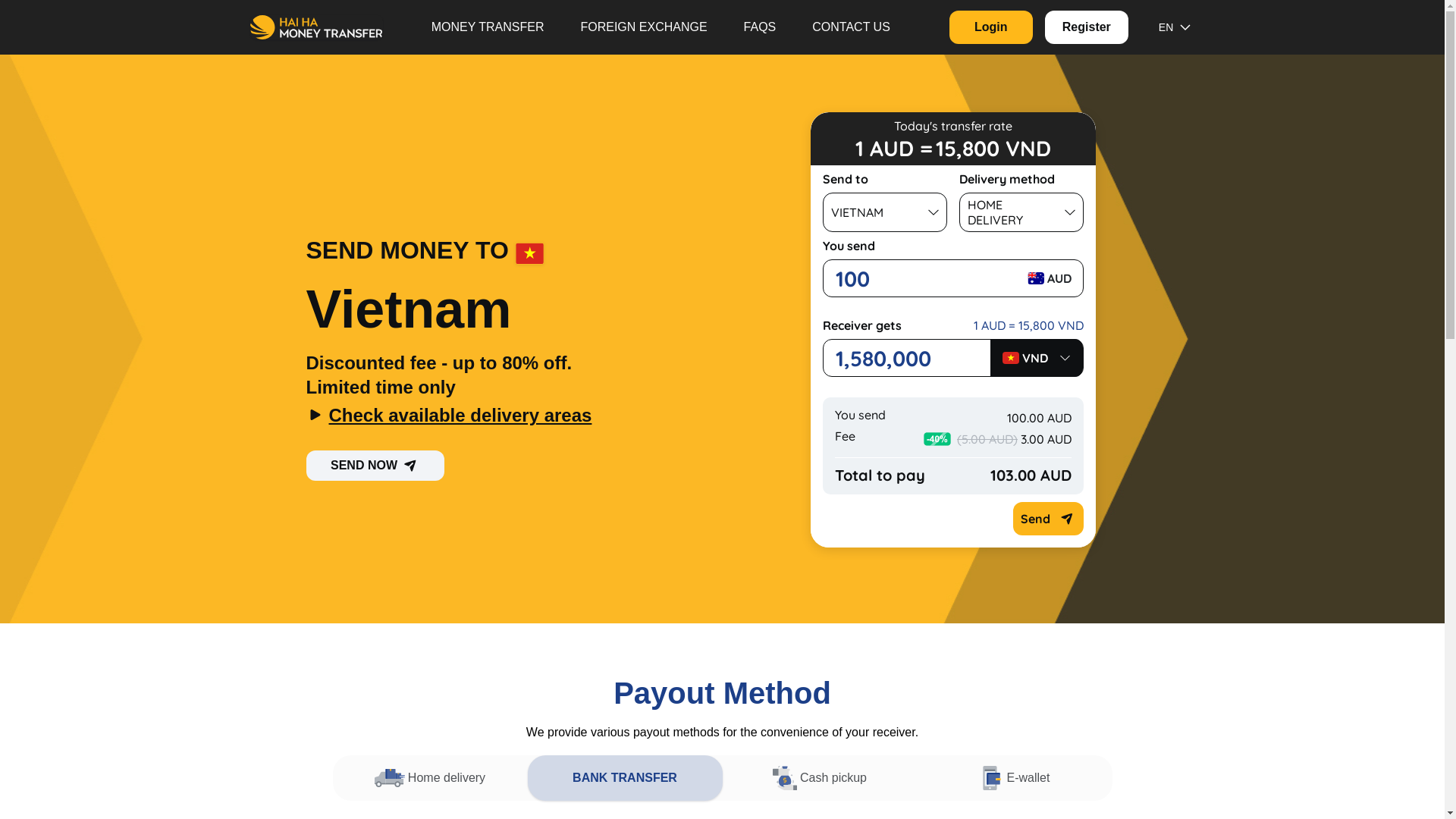  I want to click on 'CONTACT US', so click(851, 27).